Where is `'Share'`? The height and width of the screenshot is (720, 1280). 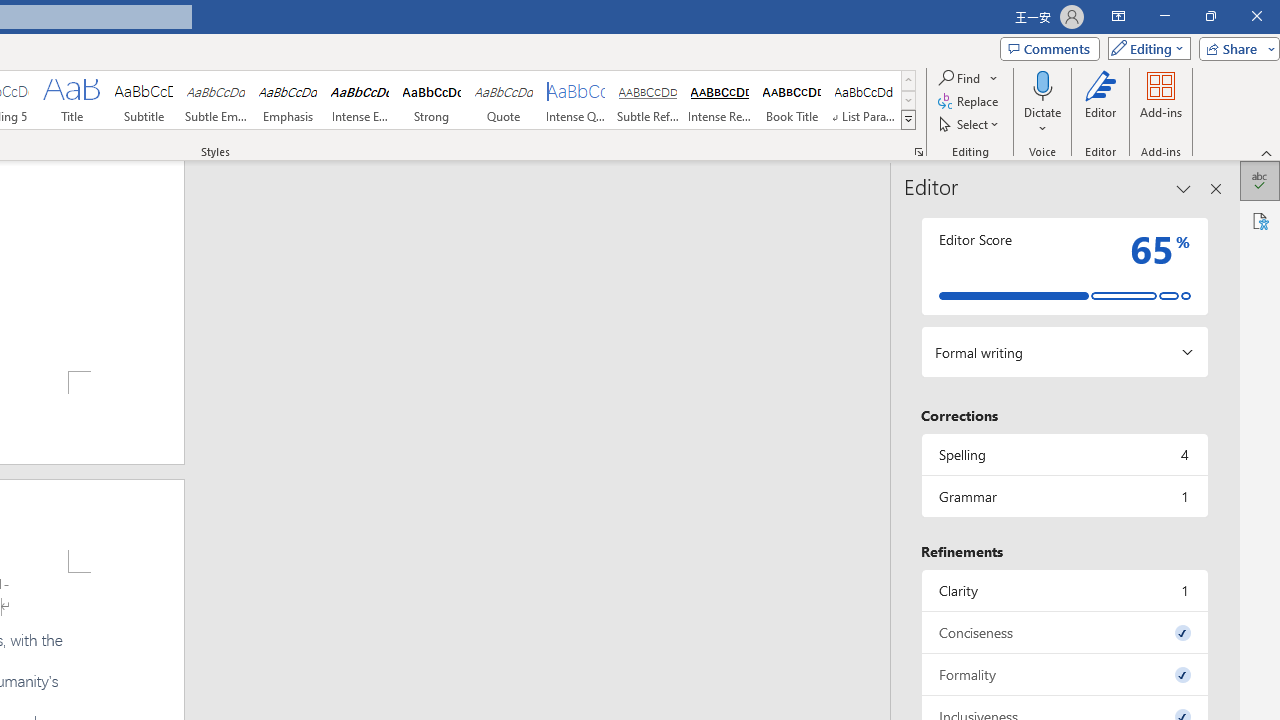 'Share' is located at coordinates (1234, 47).